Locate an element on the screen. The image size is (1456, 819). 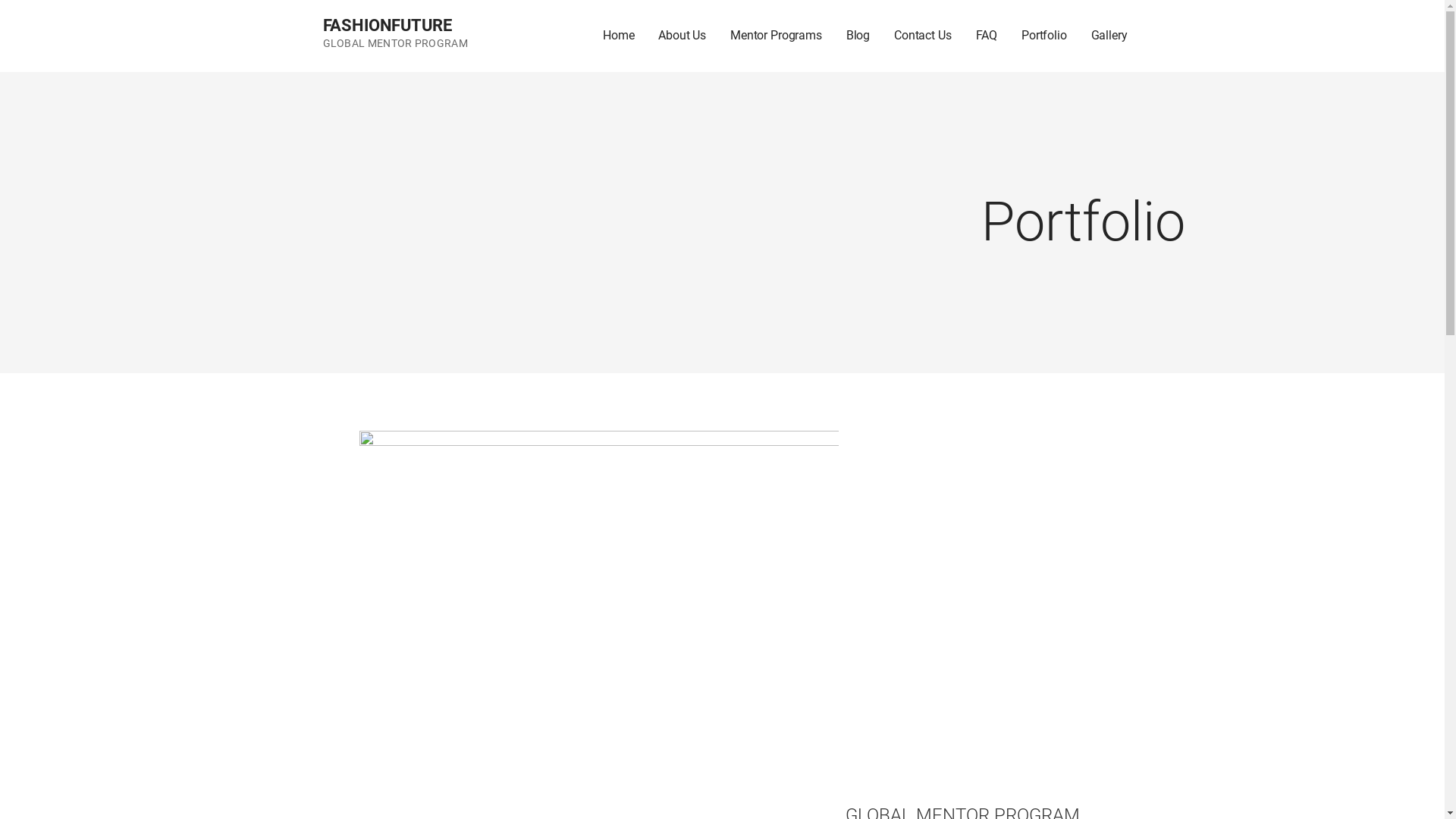
'Skip to content' is located at coordinates (0, 0).